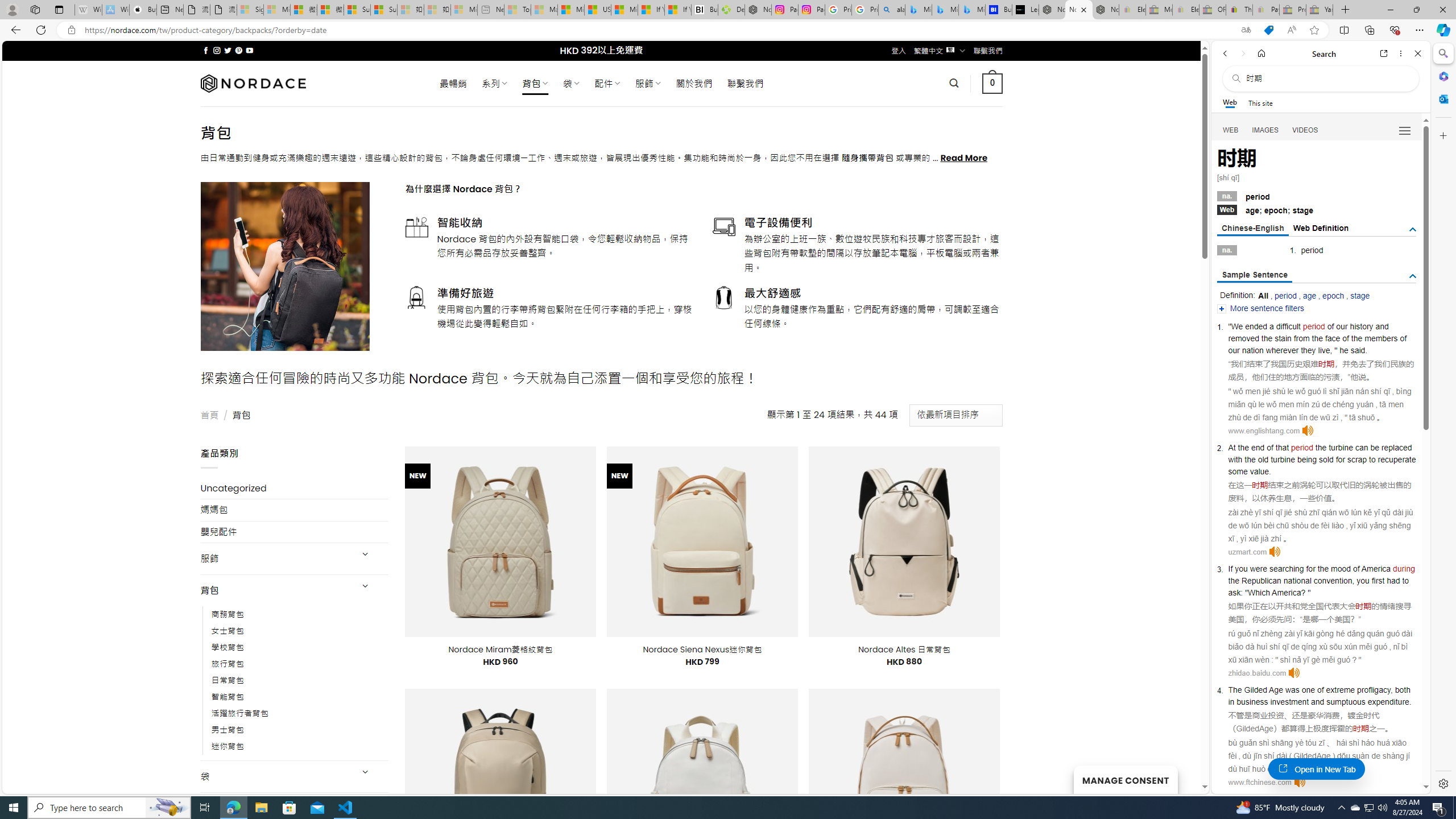  Describe the element at coordinates (1356, 460) in the screenshot. I see `'scrap'` at that location.